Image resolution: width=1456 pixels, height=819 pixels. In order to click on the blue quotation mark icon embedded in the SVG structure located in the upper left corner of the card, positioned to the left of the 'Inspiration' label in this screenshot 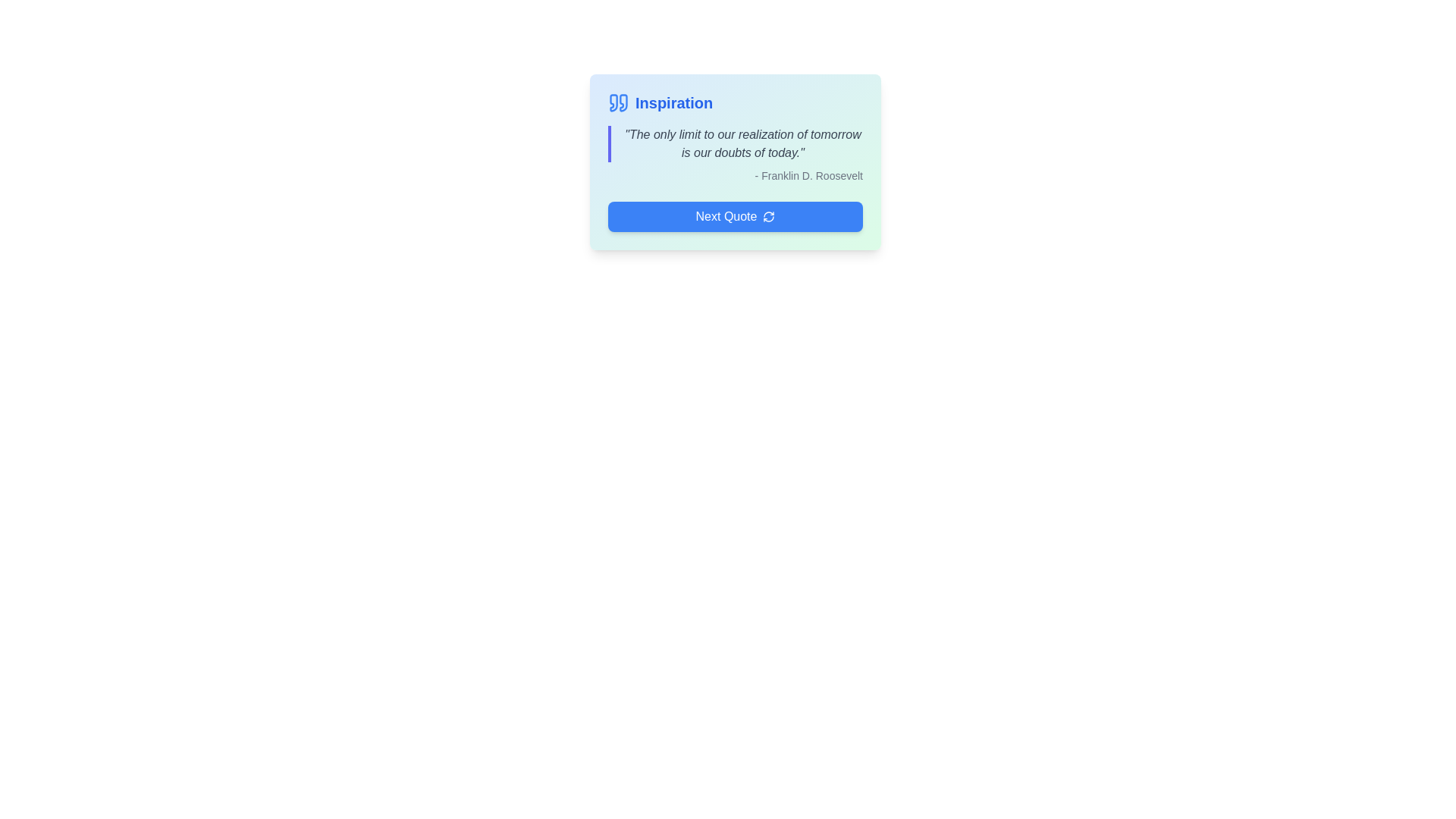, I will do `click(623, 102)`.